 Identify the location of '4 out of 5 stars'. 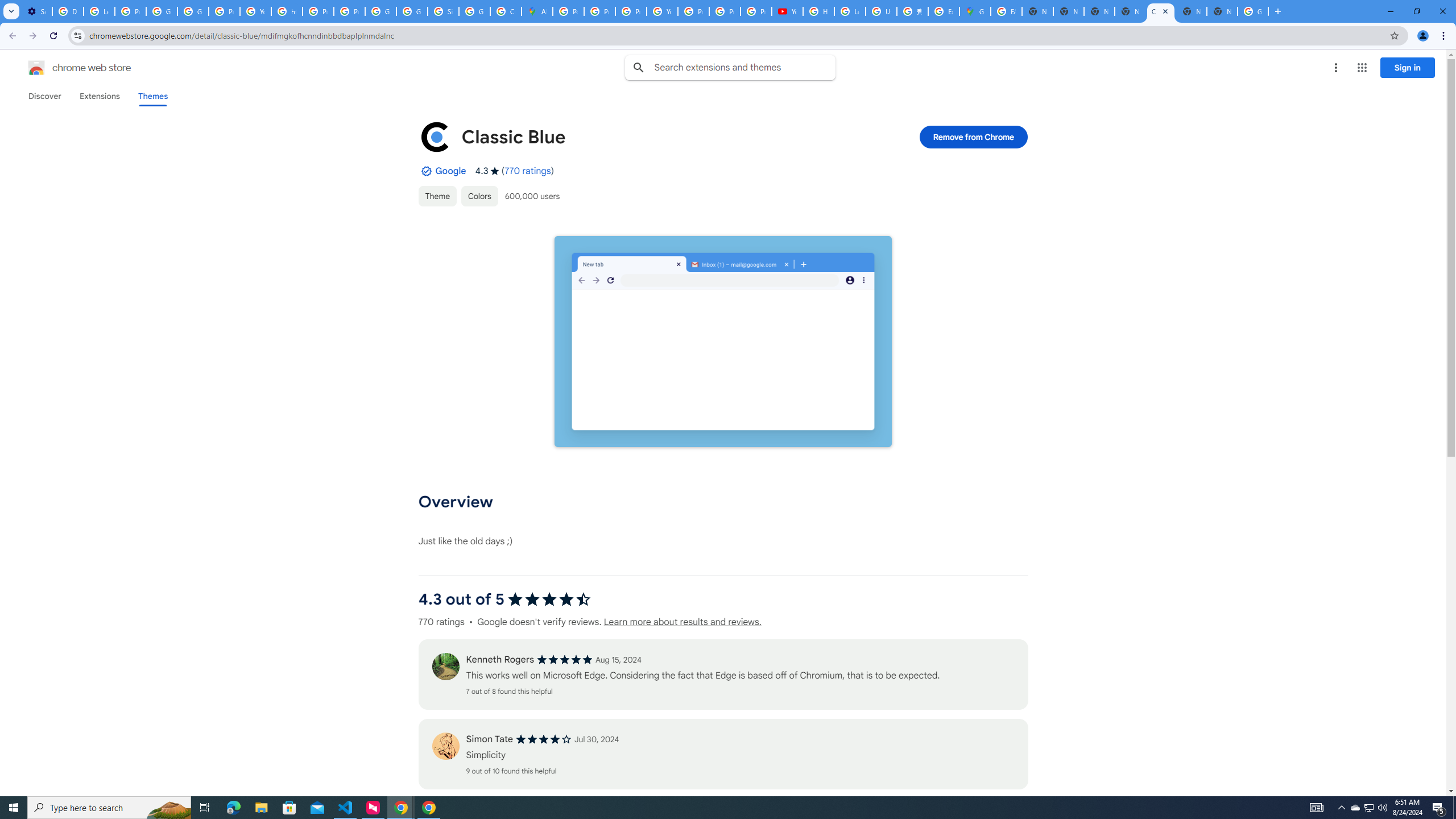
(543, 739).